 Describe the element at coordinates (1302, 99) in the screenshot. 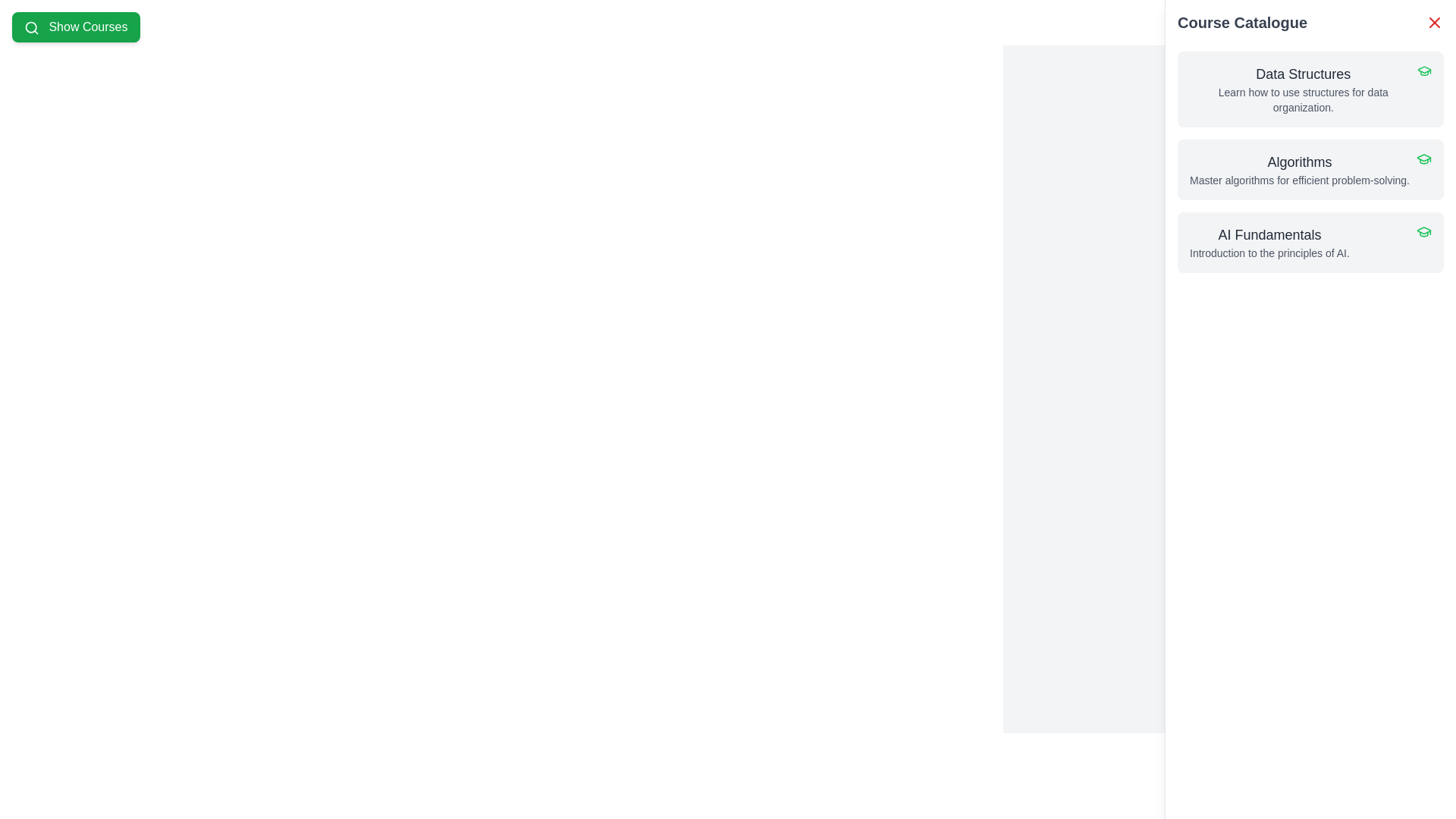

I see `description text label that provides context for the 'Data Structures' course, located directly beneath the course title` at that location.